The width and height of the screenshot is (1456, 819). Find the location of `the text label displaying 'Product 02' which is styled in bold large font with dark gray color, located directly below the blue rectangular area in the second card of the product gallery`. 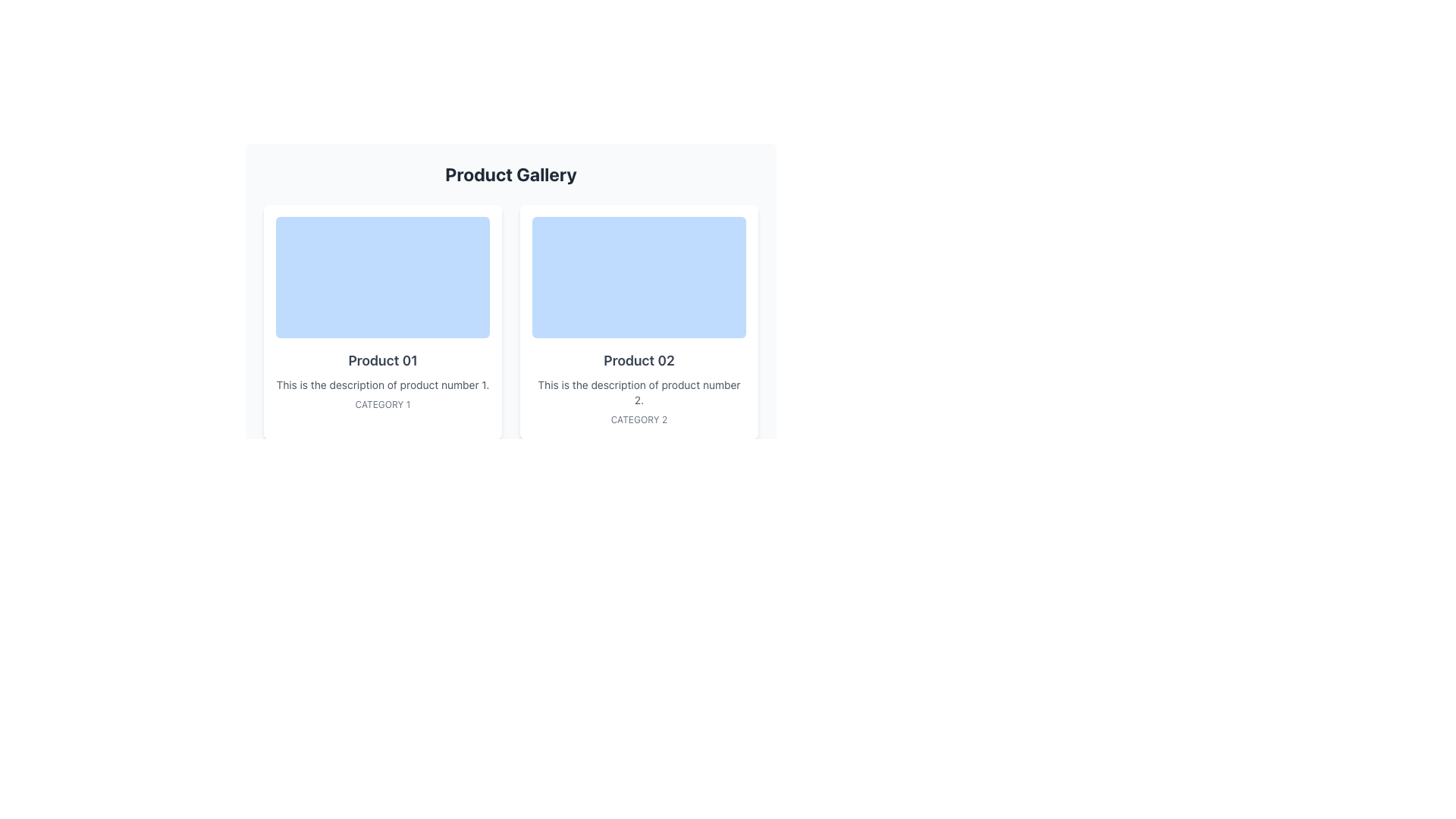

the text label displaying 'Product 02' which is styled in bold large font with dark gray color, located directly below the blue rectangular area in the second card of the product gallery is located at coordinates (639, 360).